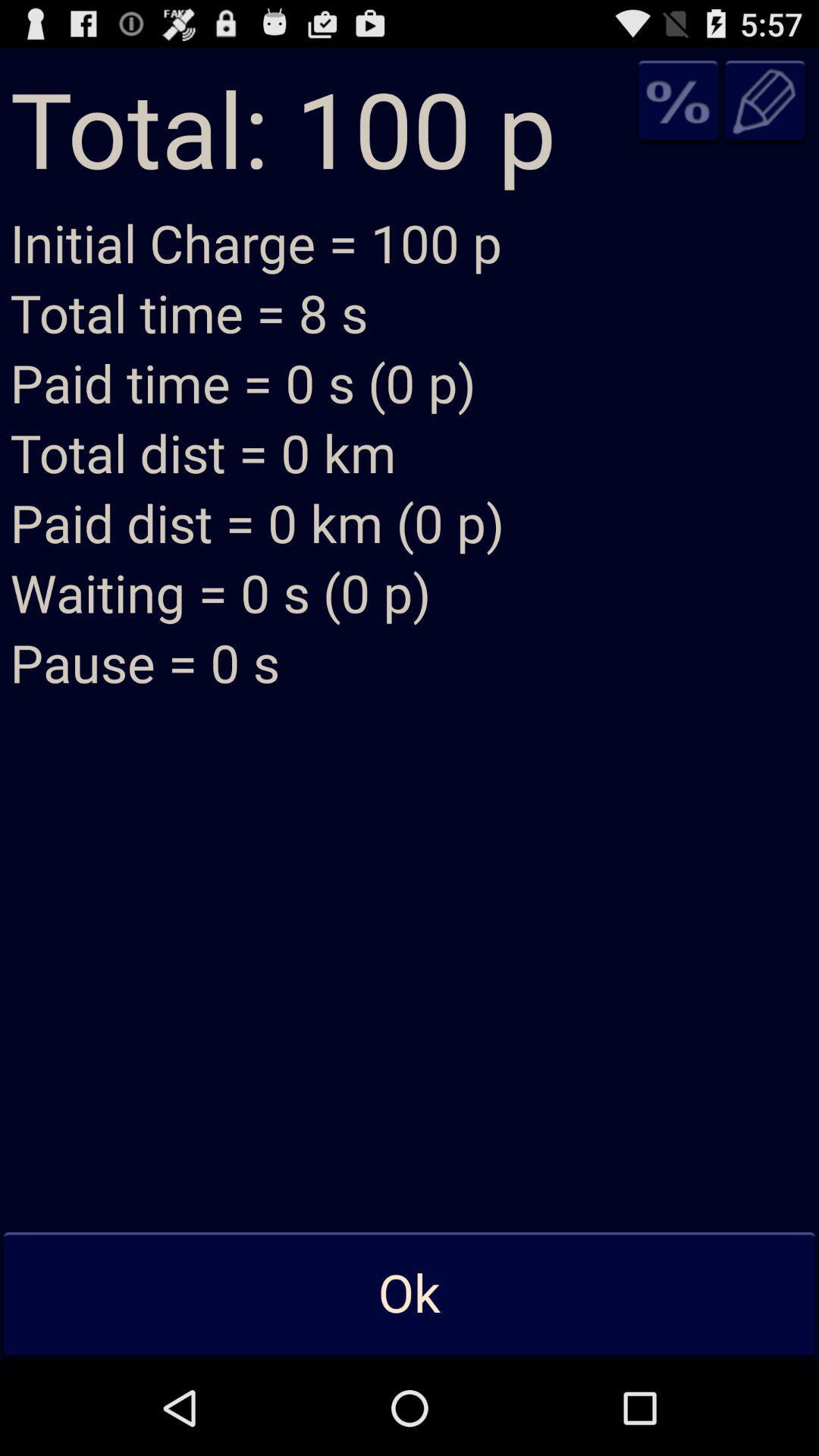  What do you see at coordinates (765, 100) in the screenshot?
I see `edit icon` at bounding box center [765, 100].